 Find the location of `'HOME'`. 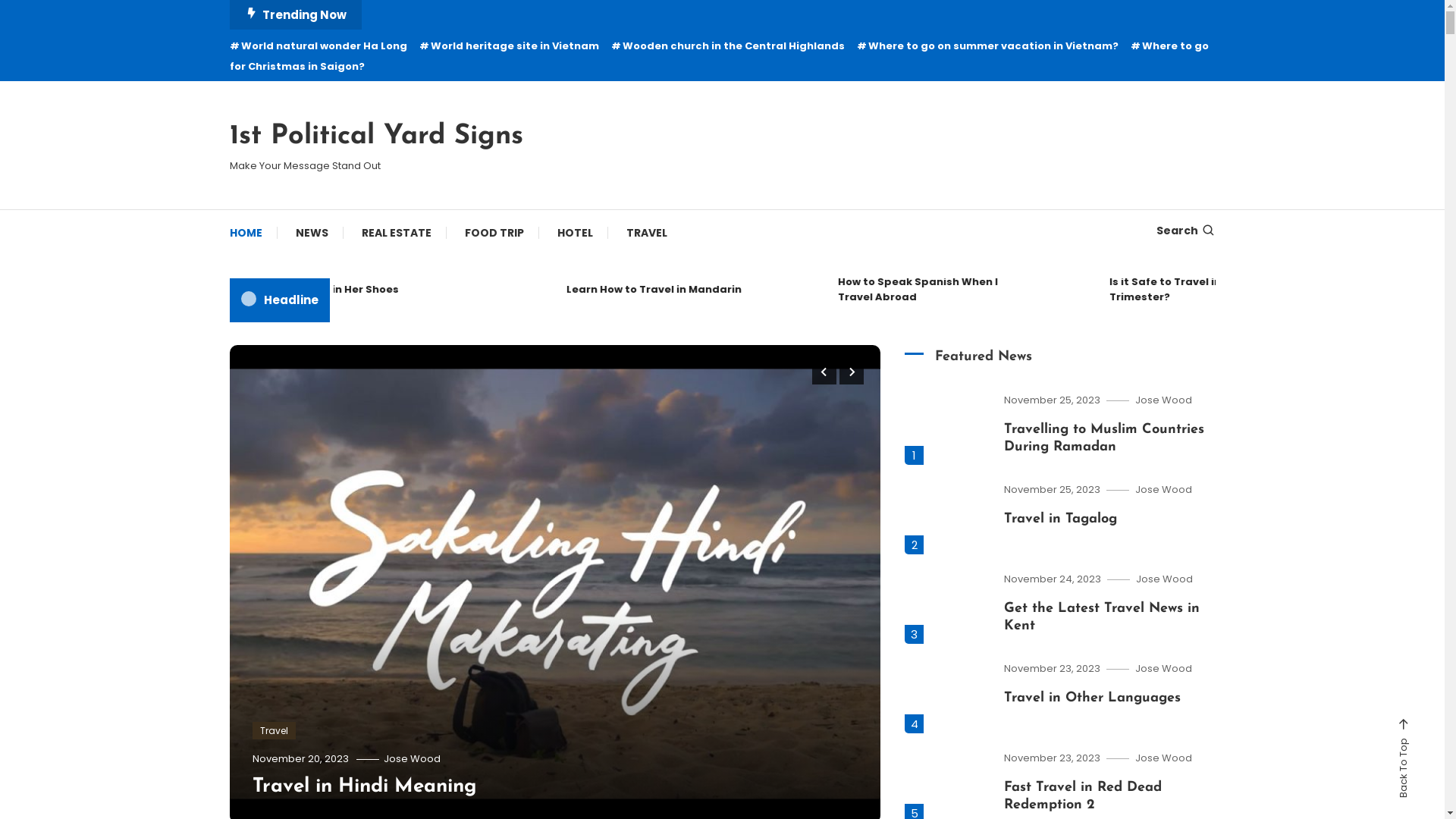

'HOME' is located at coordinates (253, 233).